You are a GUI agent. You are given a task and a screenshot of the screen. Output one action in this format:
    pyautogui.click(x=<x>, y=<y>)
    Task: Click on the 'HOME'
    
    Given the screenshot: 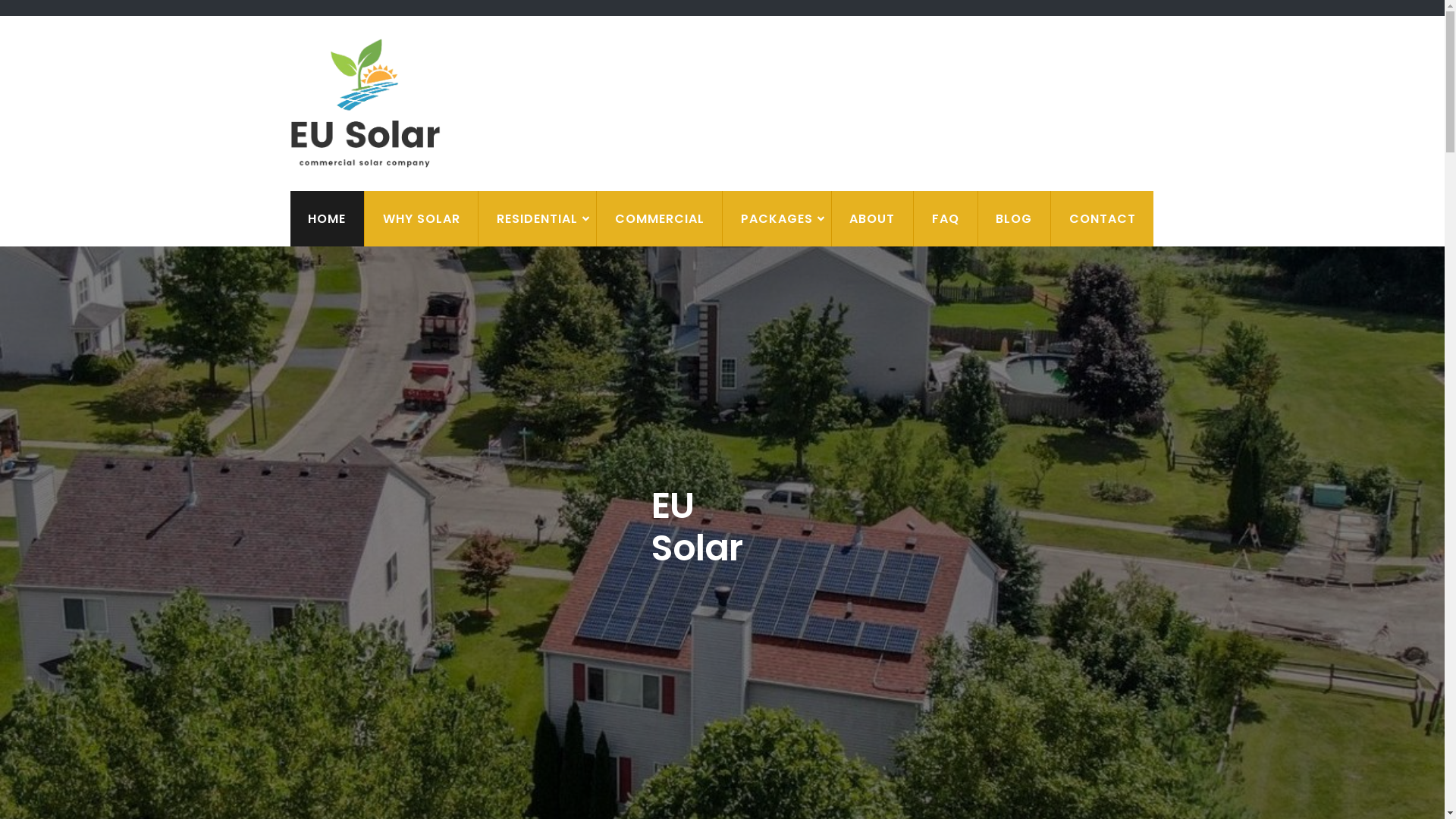 What is the action you would take?
    pyautogui.click(x=325, y=218)
    